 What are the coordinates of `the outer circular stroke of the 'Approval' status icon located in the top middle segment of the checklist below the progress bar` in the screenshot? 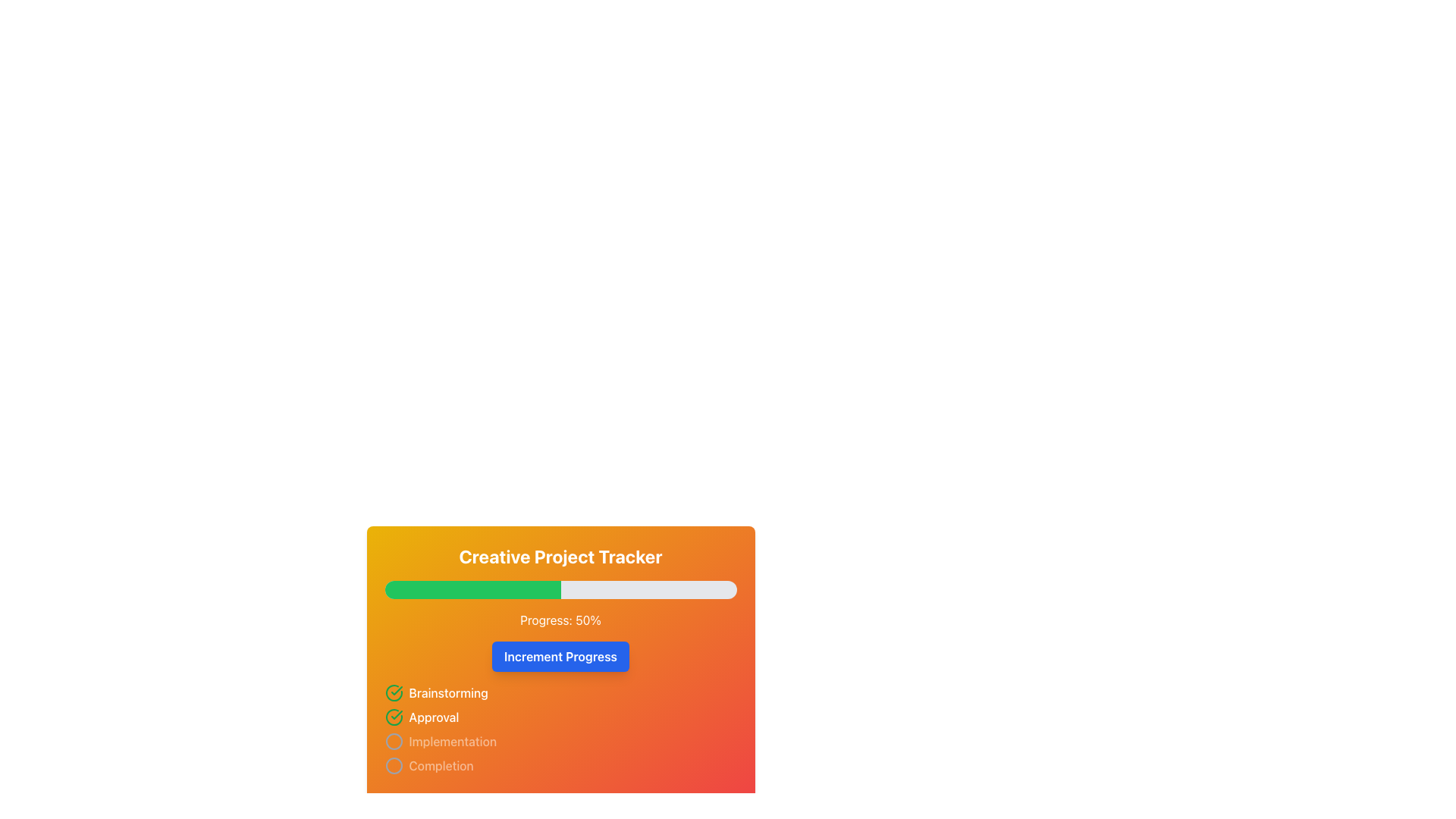 It's located at (394, 693).